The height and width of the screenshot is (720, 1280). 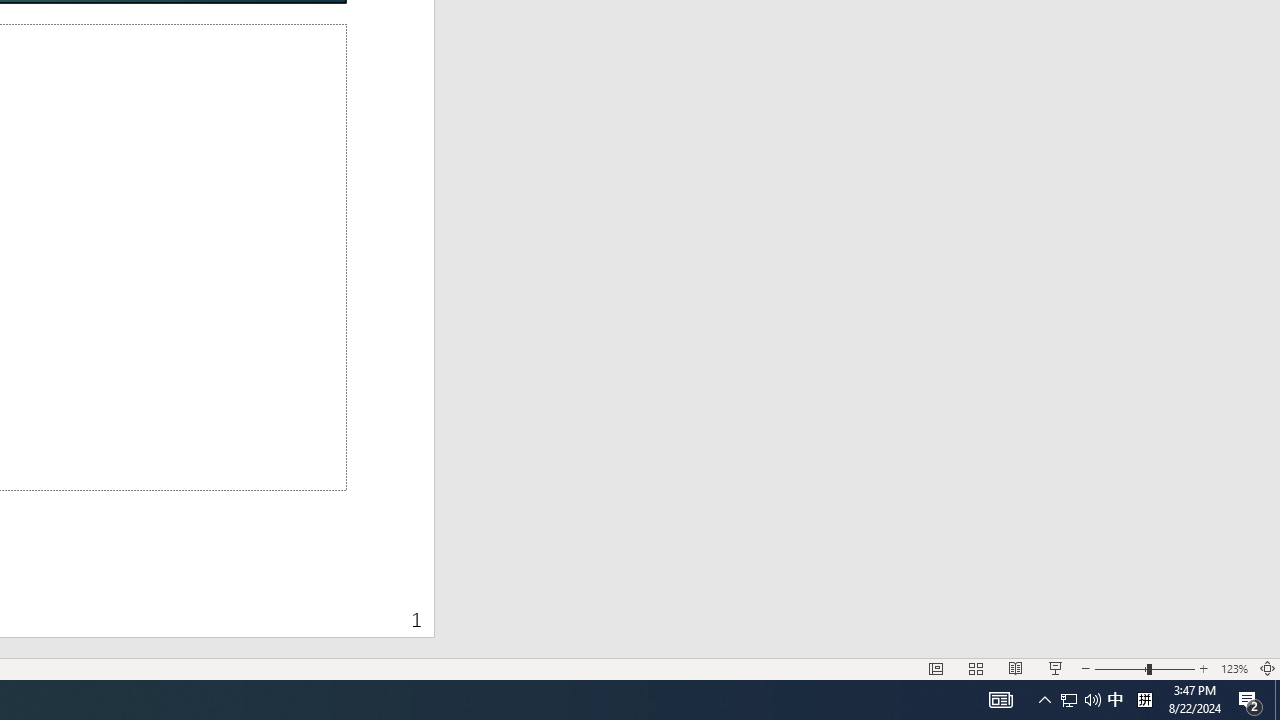 What do you see at coordinates (935, 669) in the screenshot?
I see `'Normal'` at bounding box center [935, 669].